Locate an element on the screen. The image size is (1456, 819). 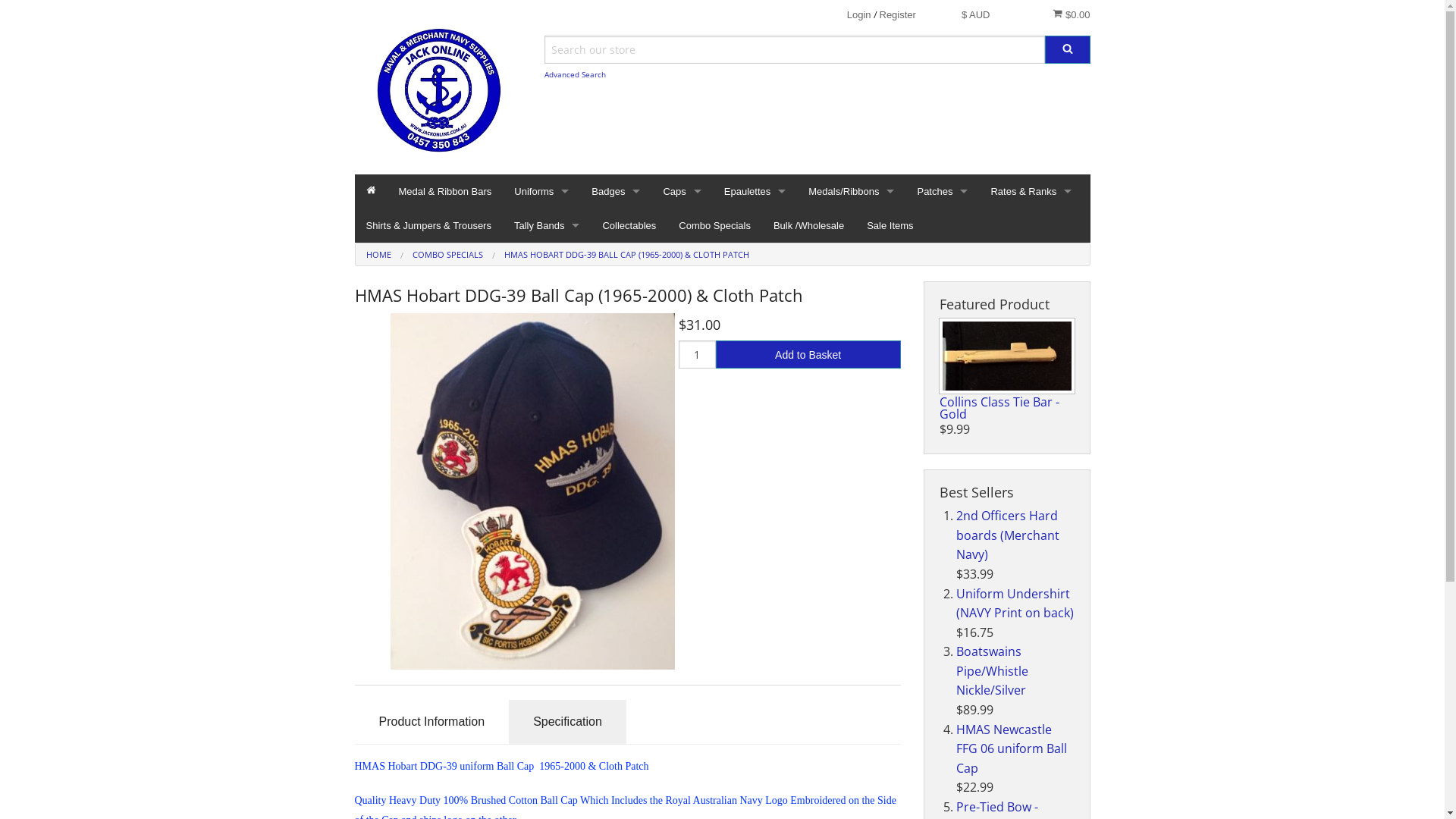
'HOME' is located at coordinates (378, 253).